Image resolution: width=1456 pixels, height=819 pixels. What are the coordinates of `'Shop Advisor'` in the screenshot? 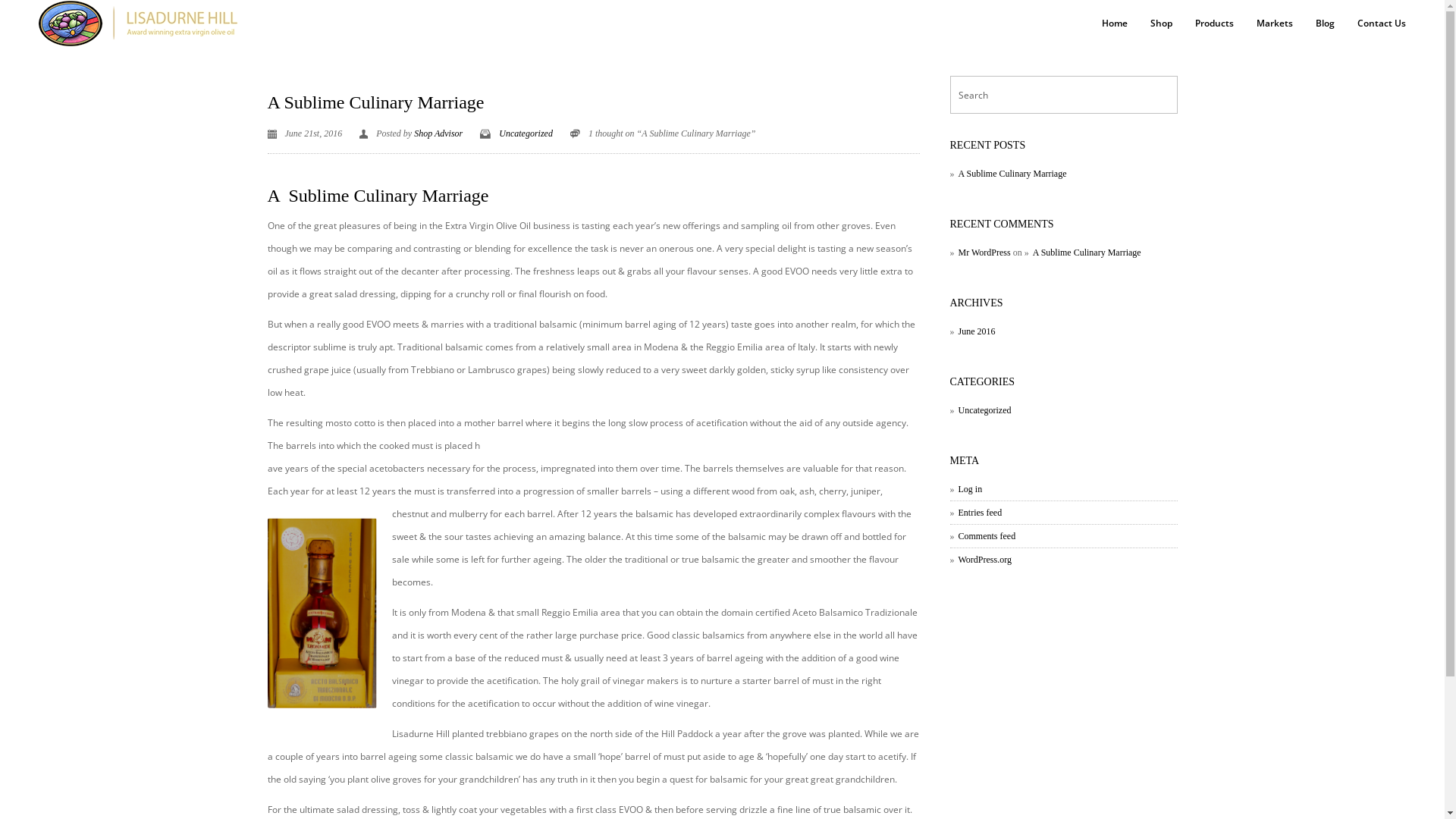 It's located at (437, 133).